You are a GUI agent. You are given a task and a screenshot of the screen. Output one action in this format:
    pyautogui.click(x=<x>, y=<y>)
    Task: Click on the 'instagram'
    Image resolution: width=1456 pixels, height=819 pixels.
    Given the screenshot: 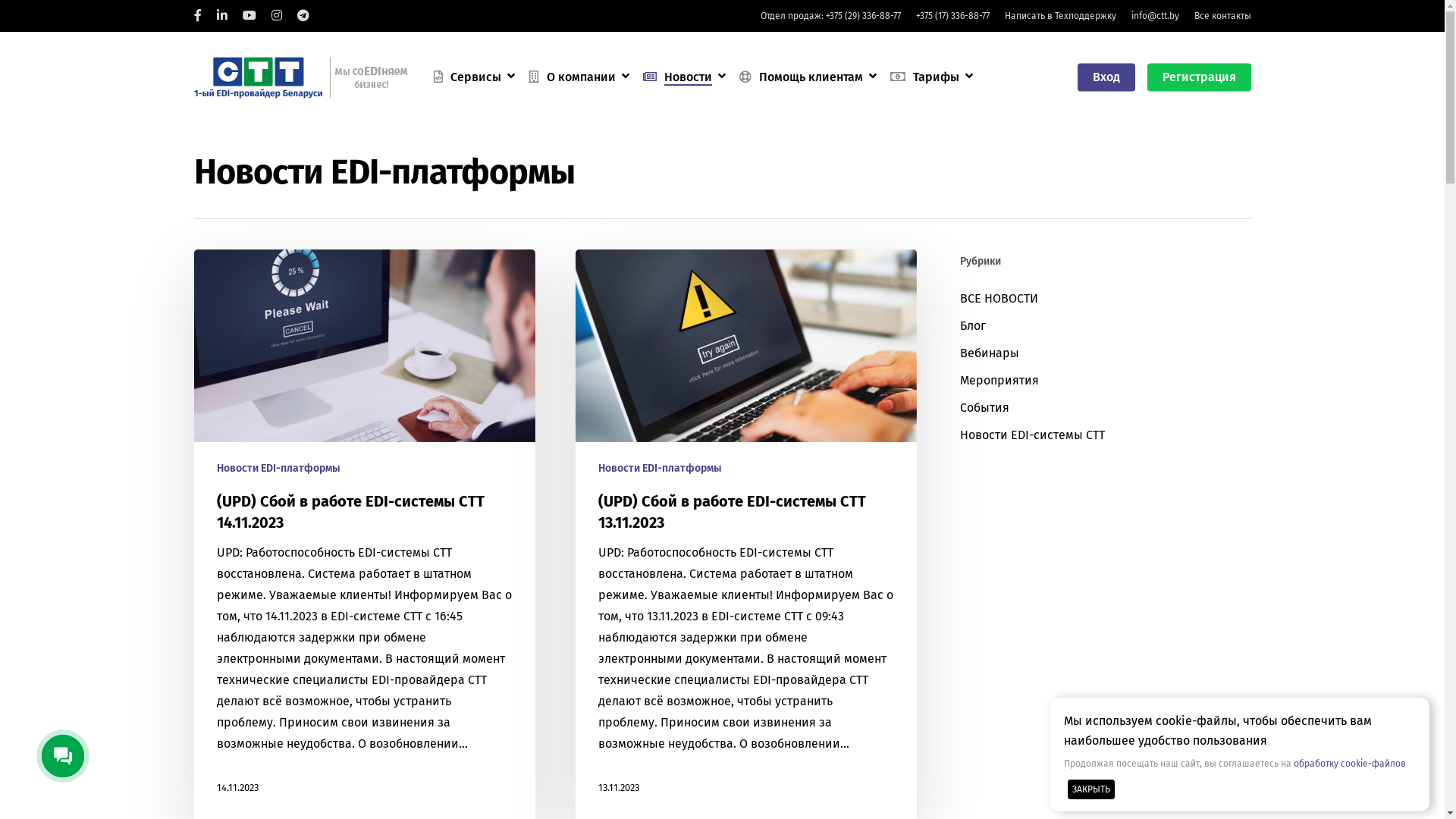 What is the action you would take?
    pyautogui.click(x=276, y=15)
    